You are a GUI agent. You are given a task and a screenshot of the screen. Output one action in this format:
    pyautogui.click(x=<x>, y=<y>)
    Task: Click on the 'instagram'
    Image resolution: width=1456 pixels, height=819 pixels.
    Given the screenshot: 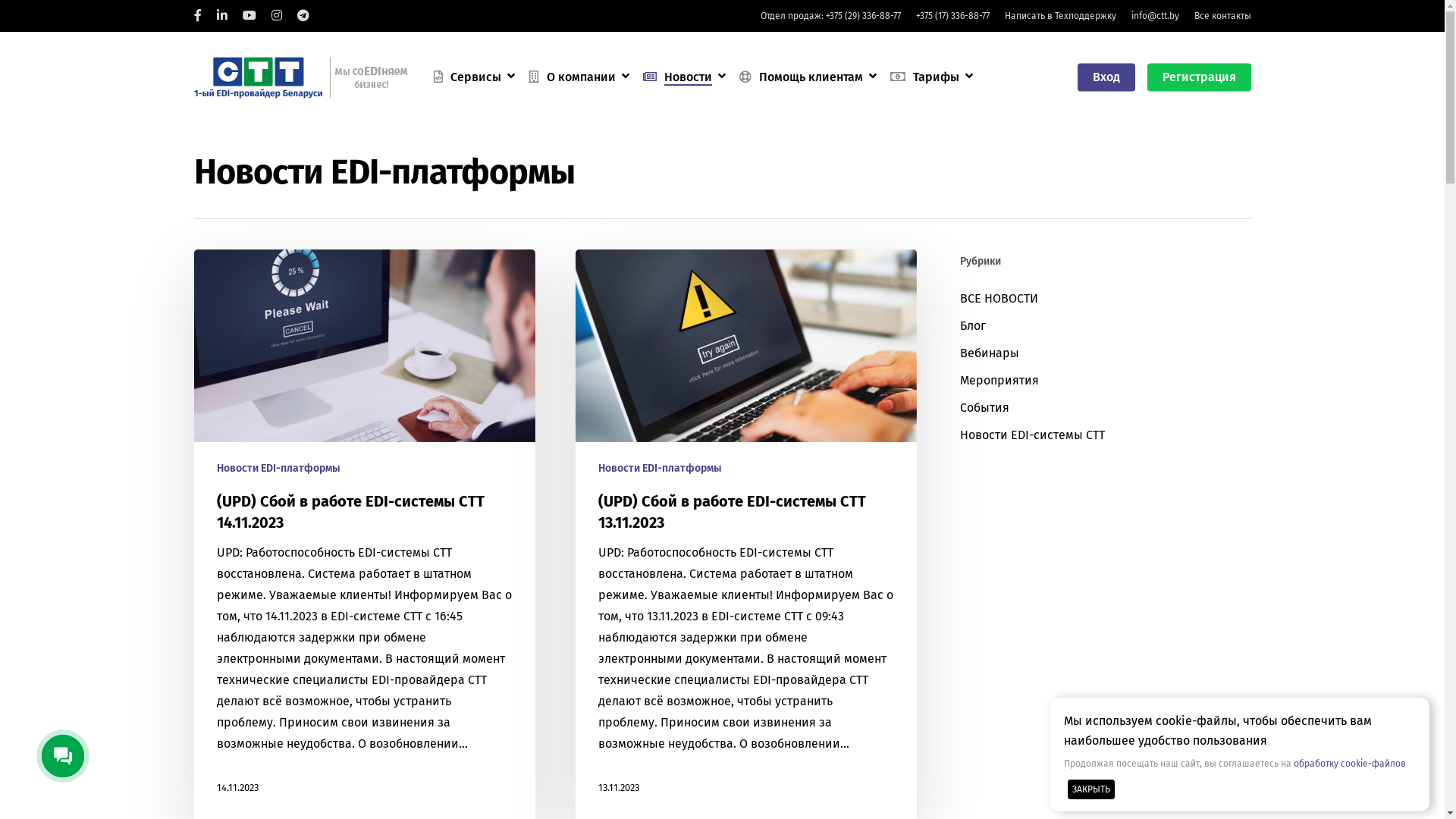 What is the action you would take?
    pyautogui.click(x=276, y=15)
    